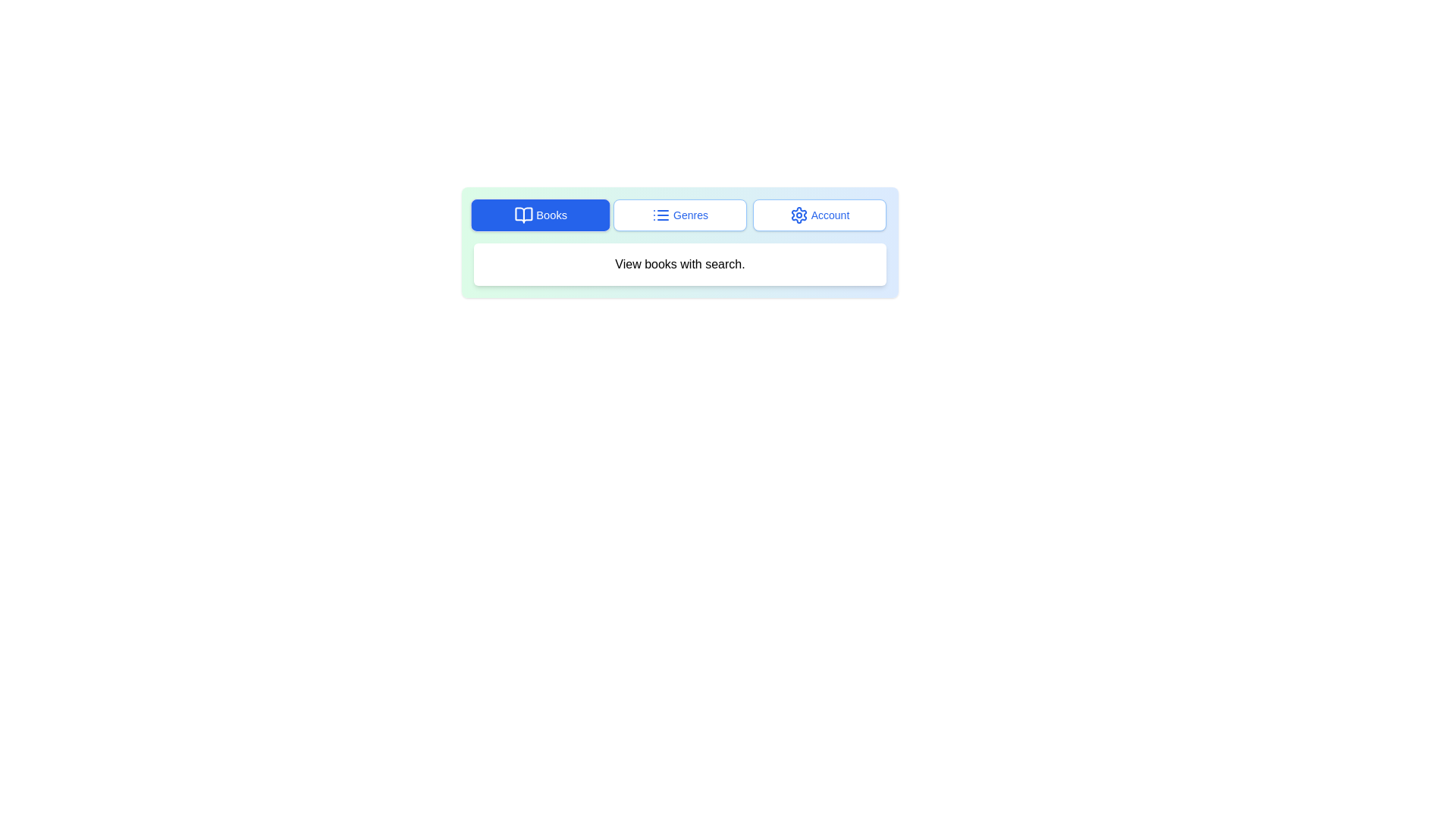 This screenshot has width=1456, height=819. I want to click on the gear icon located to the left of the 'Account' label in the navigation bar, which indicates account settings or configurations, so click(798, 215).